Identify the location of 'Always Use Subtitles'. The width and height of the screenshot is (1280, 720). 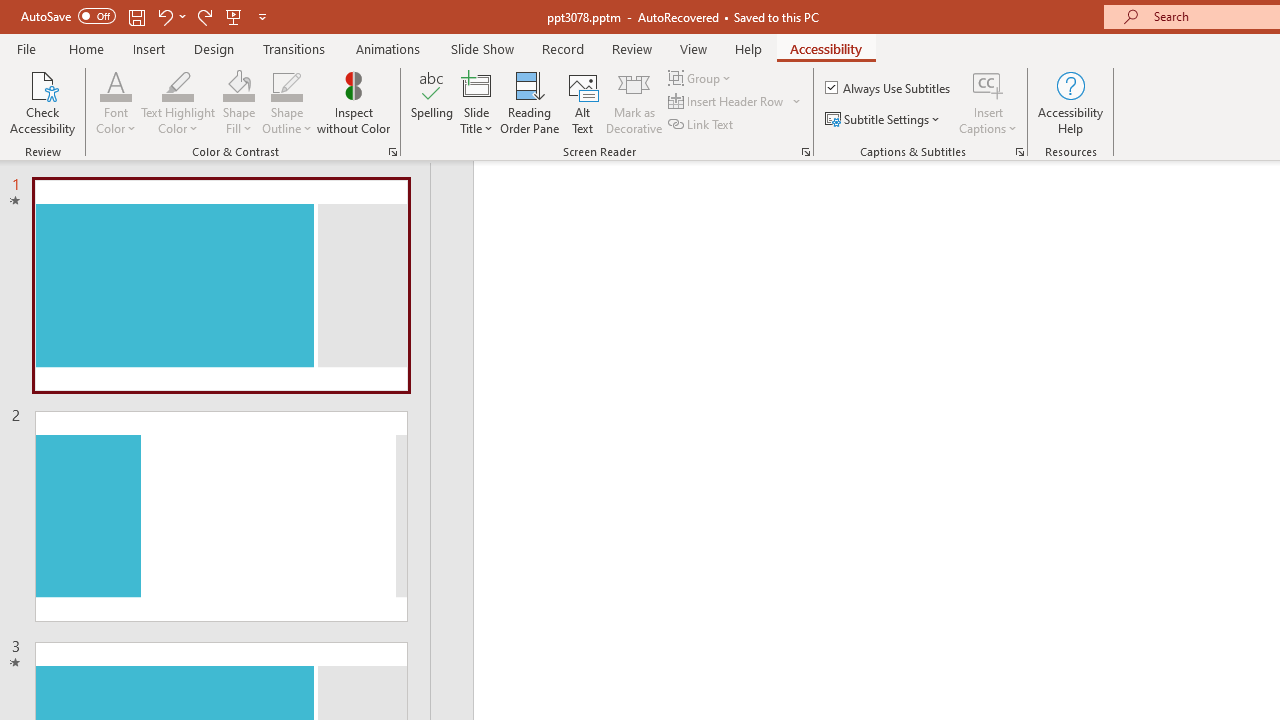
(888, 86).